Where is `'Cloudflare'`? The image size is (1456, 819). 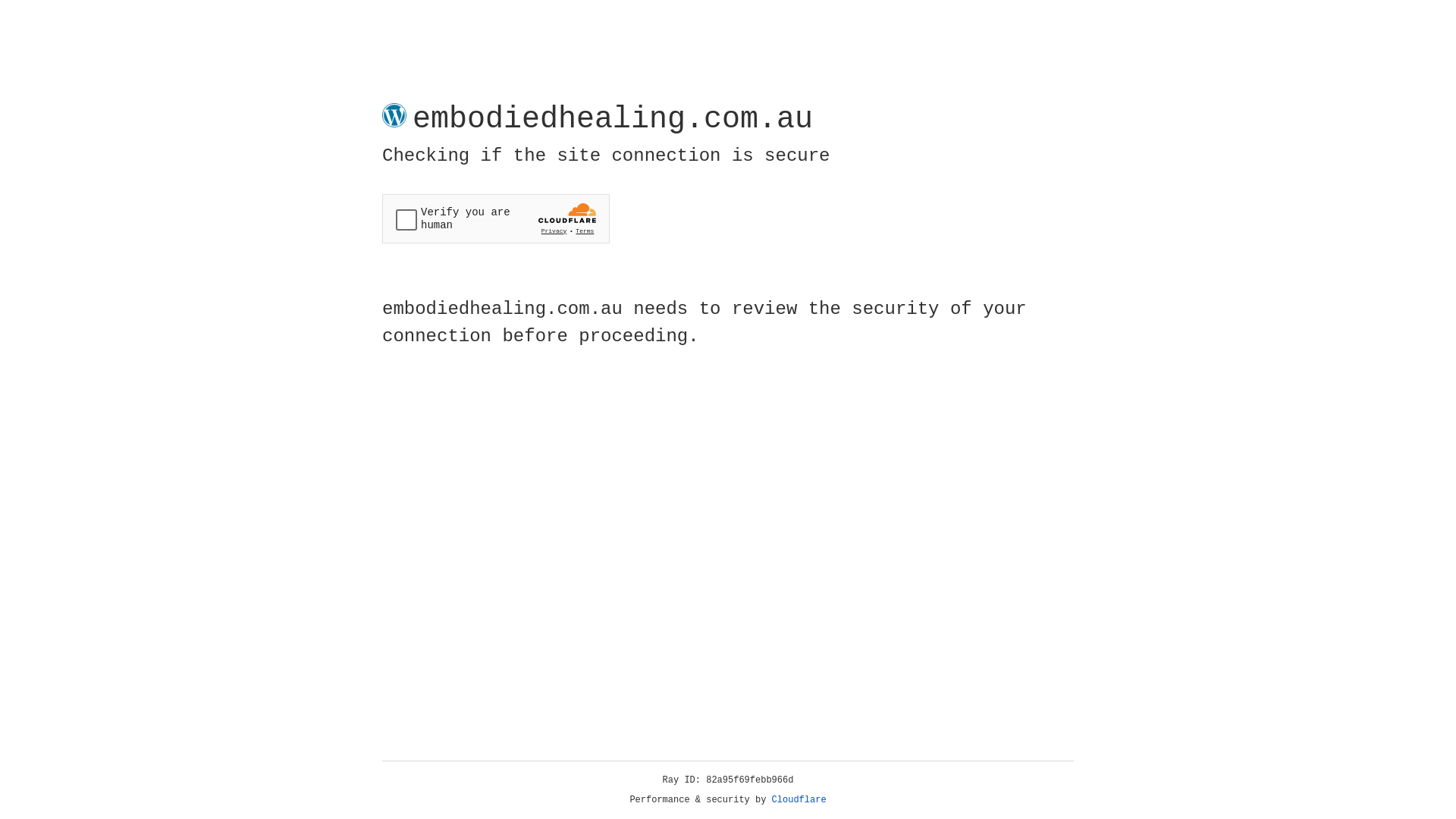
'Cloudflare' is located at coordinates (771, 799).